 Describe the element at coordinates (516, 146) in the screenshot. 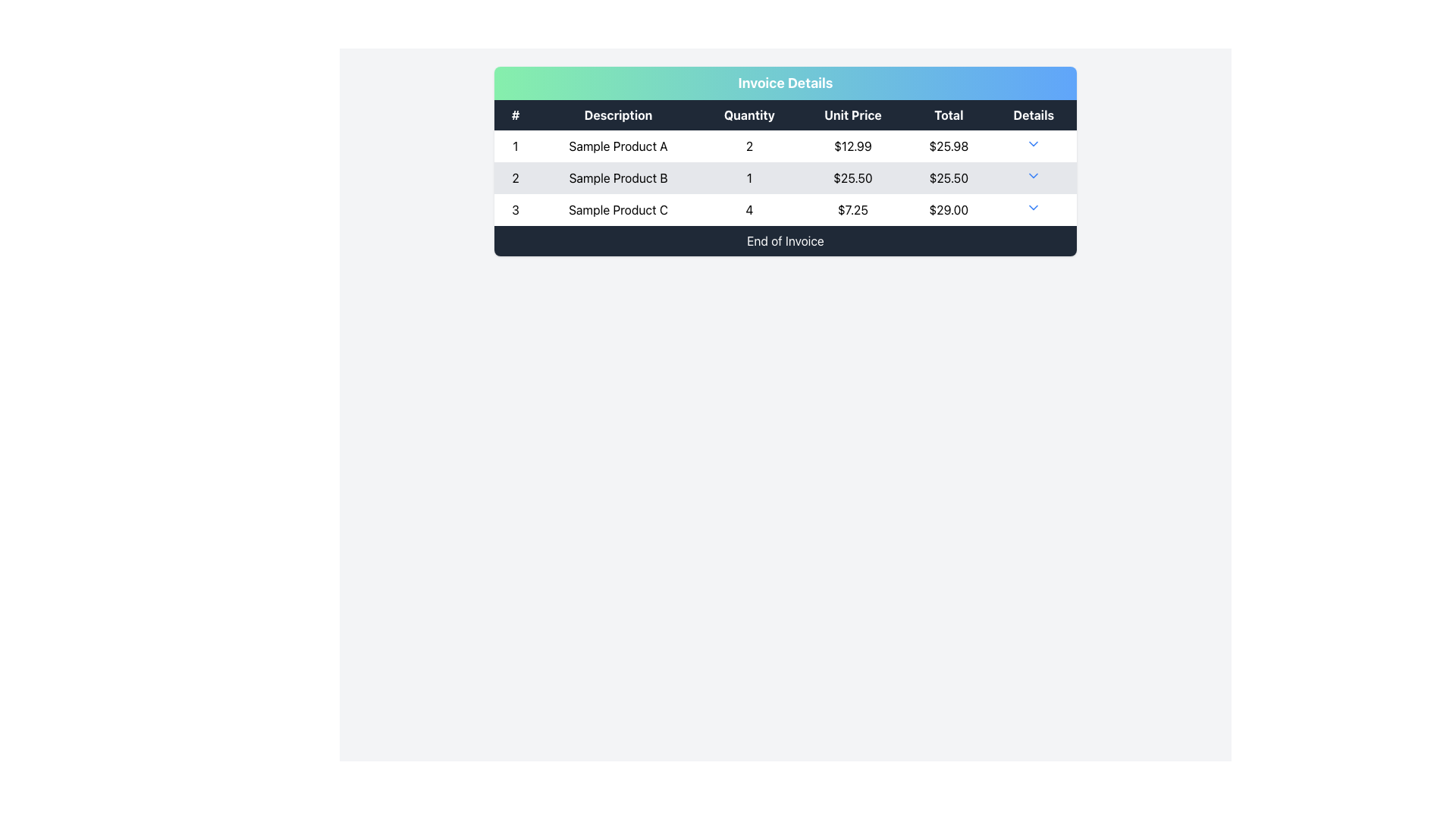

I see `text element displaying the character '1' located in the first cell under the '#' column heading in the table, adjacent to 'Sample Product A'` at that location.